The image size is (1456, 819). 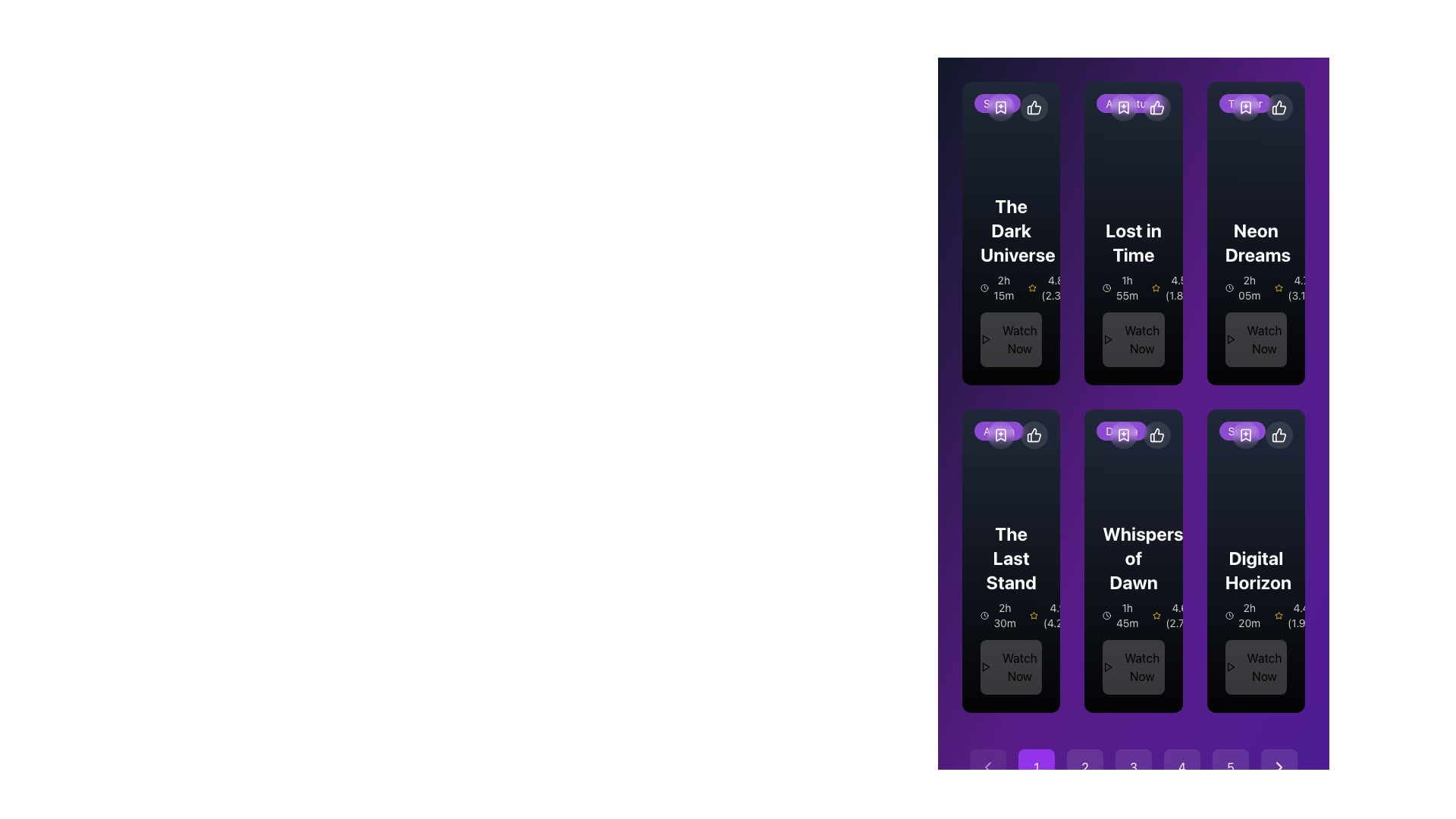 I want to click on the call-to-action button at the bottom center of the 'Whispers of Dawn' card, so click(x=1133, y=666).